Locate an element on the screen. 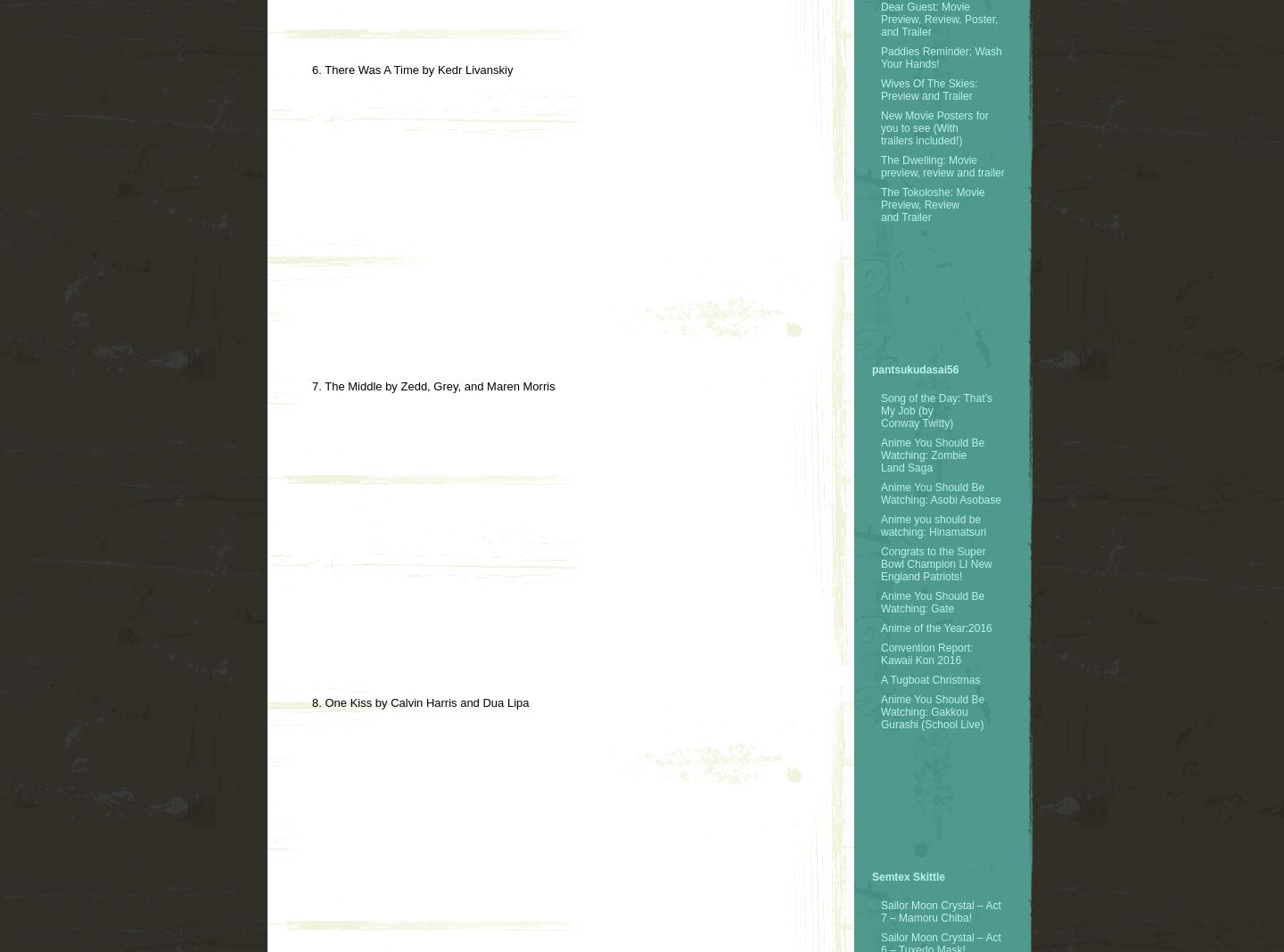  'Congrats to the Super Bowl Champion LI New England Patriots!' is located at coordinates (936, 562).